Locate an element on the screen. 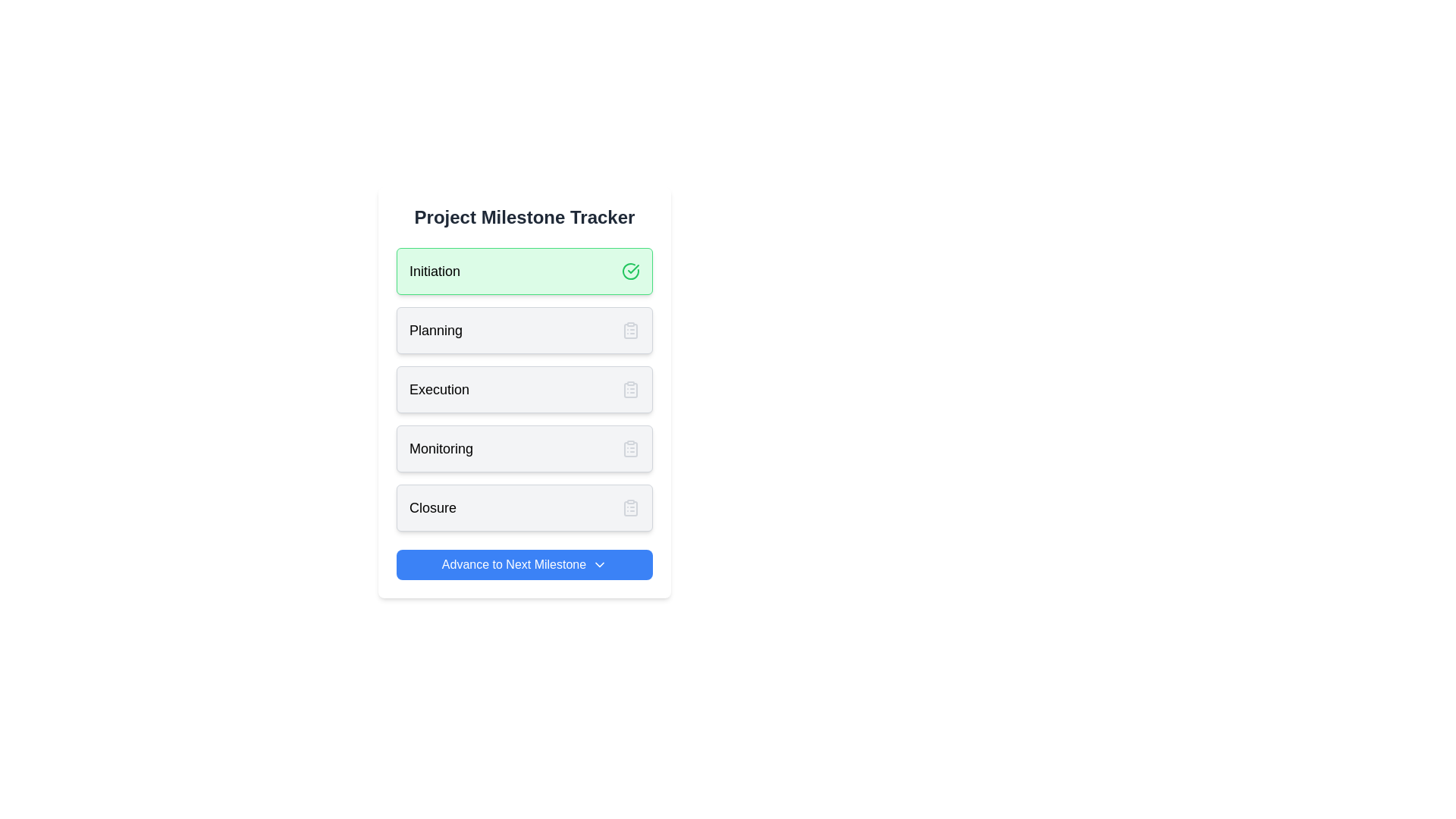  the circular icon with a green checkmark inside it, located towards the right side of the 'Initiation' row in the milestone tracker interface is located at coordinates (630, 271).